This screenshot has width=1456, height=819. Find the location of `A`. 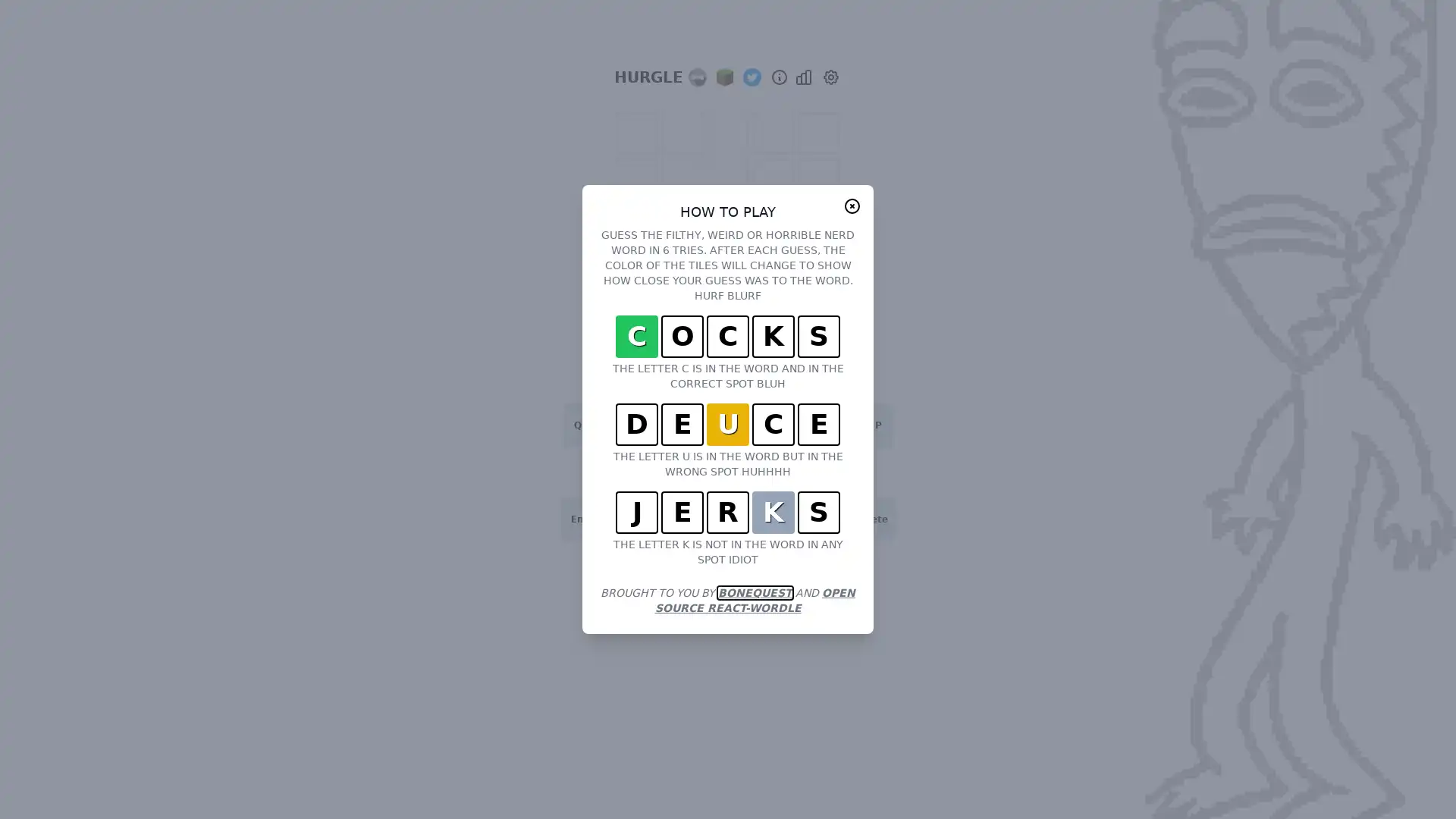

A is located at coordinates (593, 472).